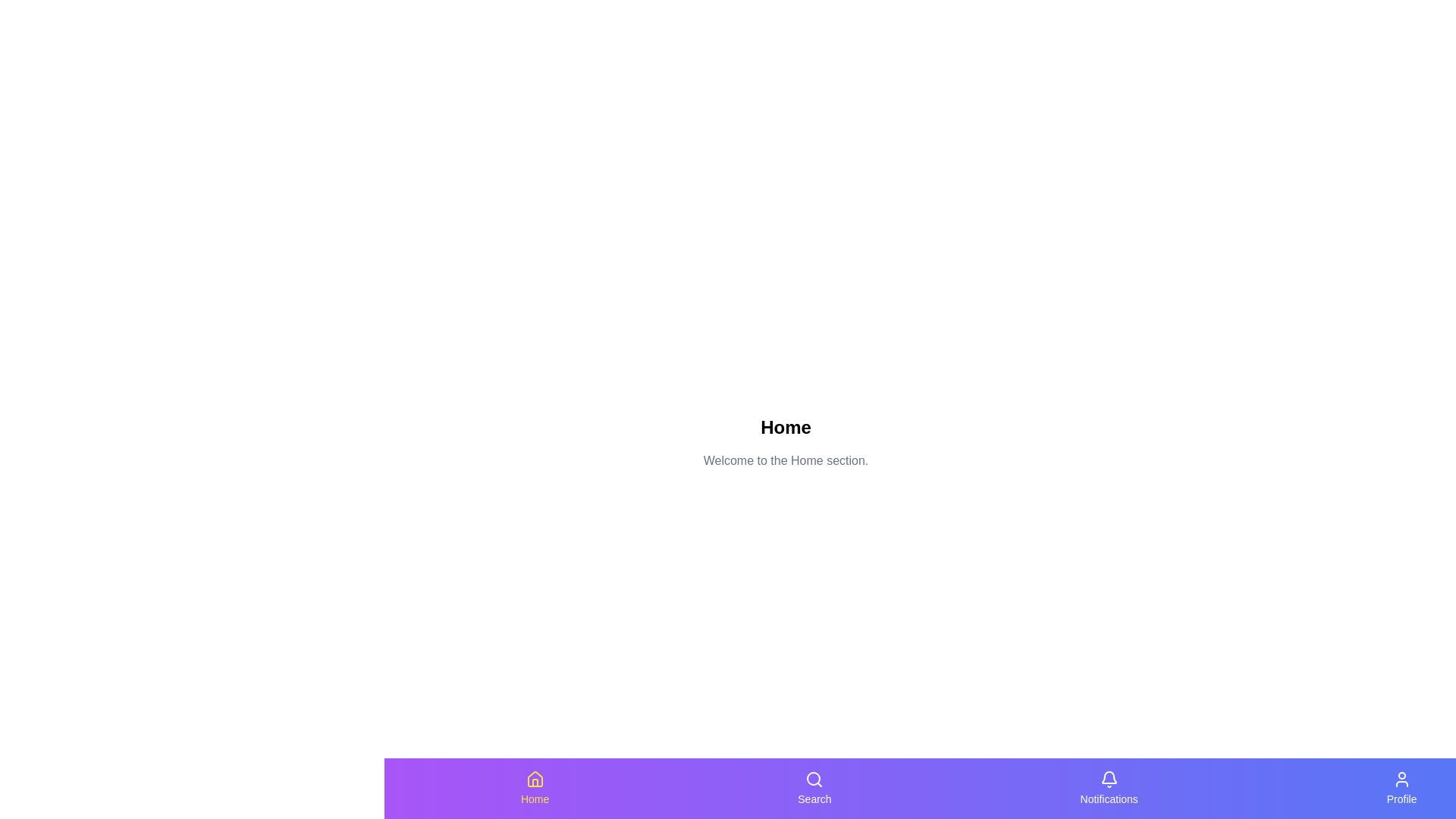 The width and height of the screenshot is (1456, 819). Describe the element at coordinates (1401, 798) in the screenshot. I see `text of the label located at the bottom right corner of the interface, which describes a navigation option for the user account section` at that location.